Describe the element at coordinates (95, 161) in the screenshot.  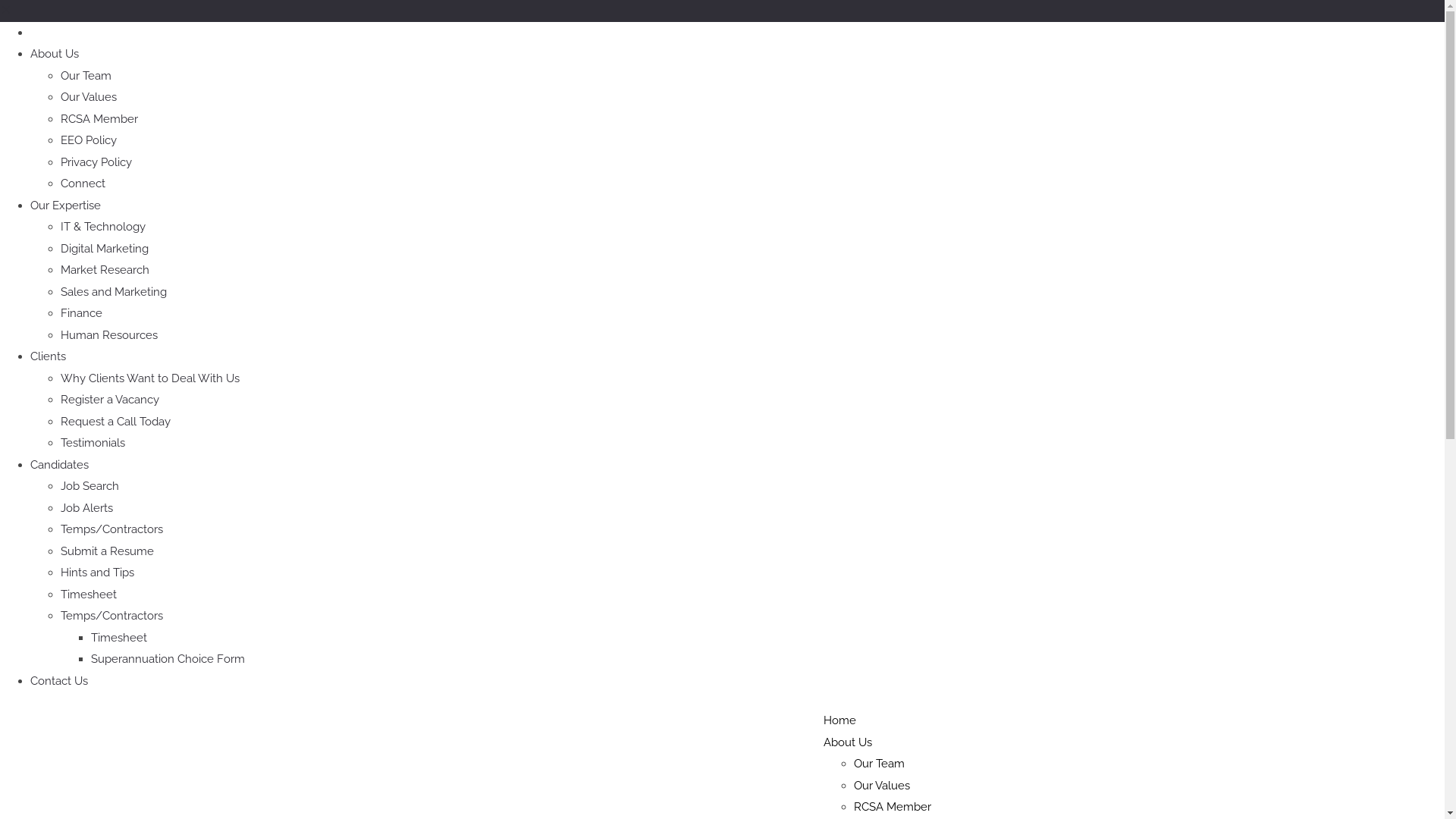
I see `'Privacy Policy'` at that location.